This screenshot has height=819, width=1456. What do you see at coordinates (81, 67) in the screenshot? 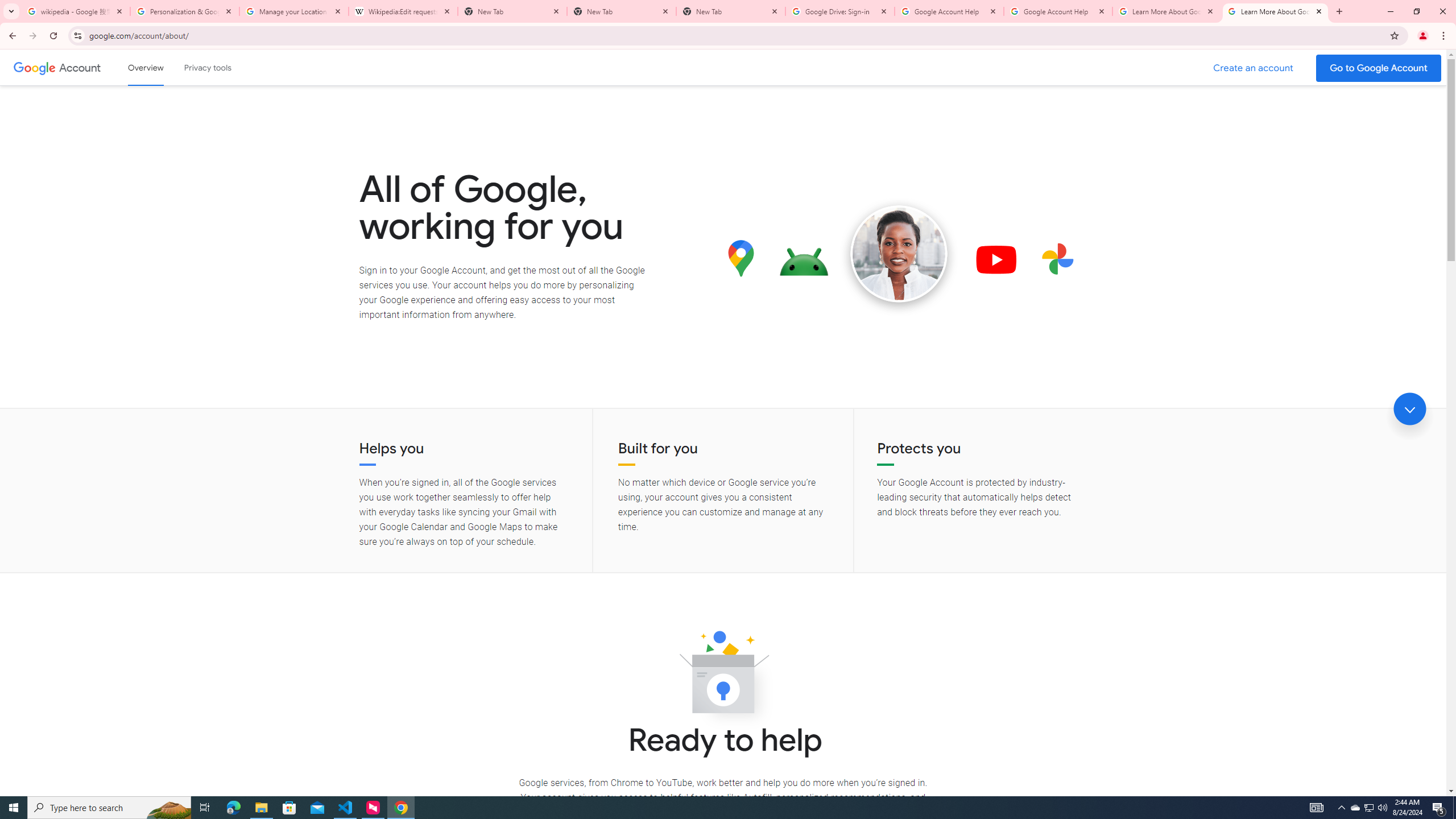
I see `'Google Account'` at bounding box center [81, 67].